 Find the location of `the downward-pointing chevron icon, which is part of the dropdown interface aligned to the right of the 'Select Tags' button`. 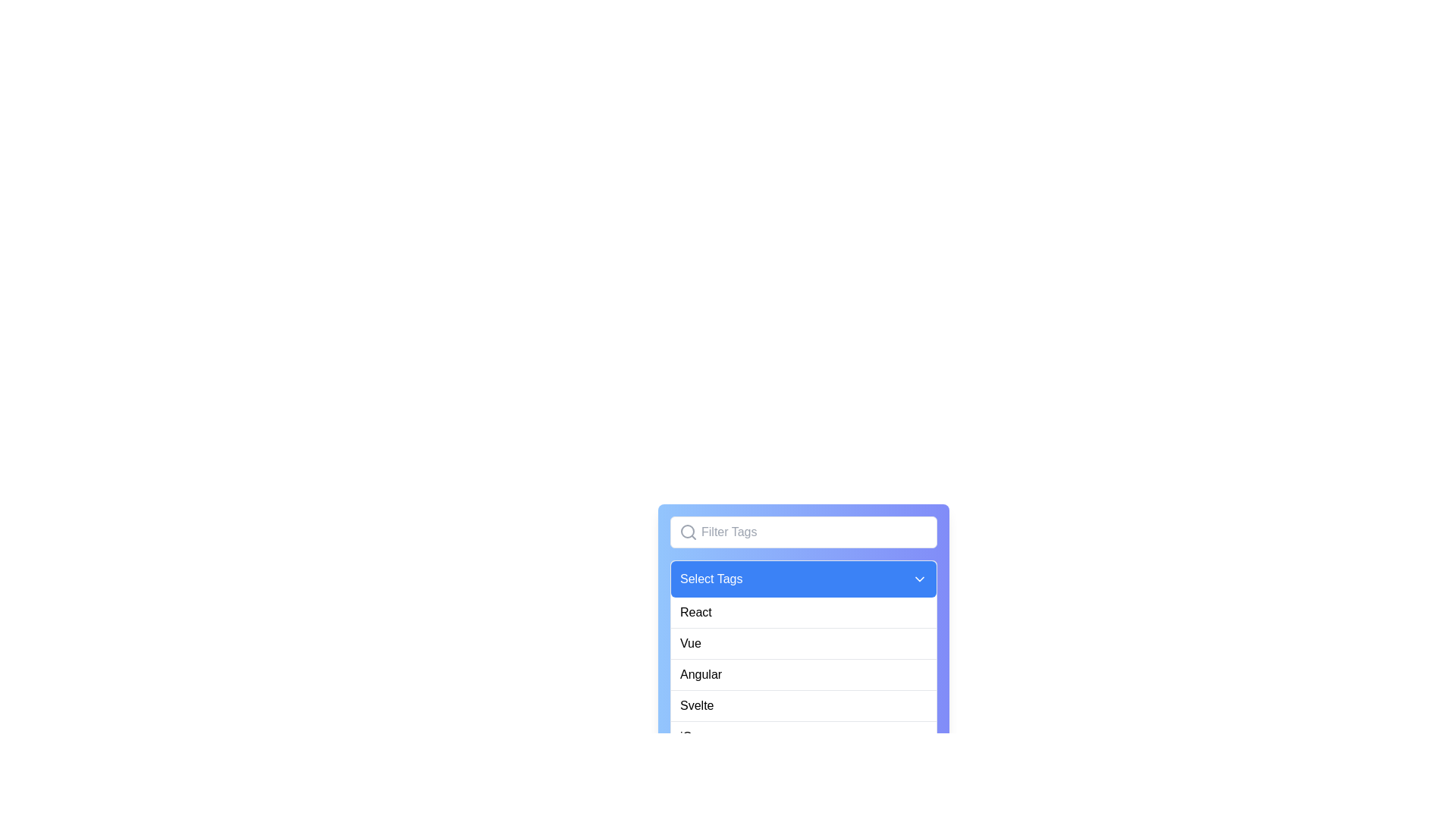

the downward-pointing chevron icon, which is part of the dropdown interface aligned to the right of the 'Select Tags' button is located at coordinates (919, 579).